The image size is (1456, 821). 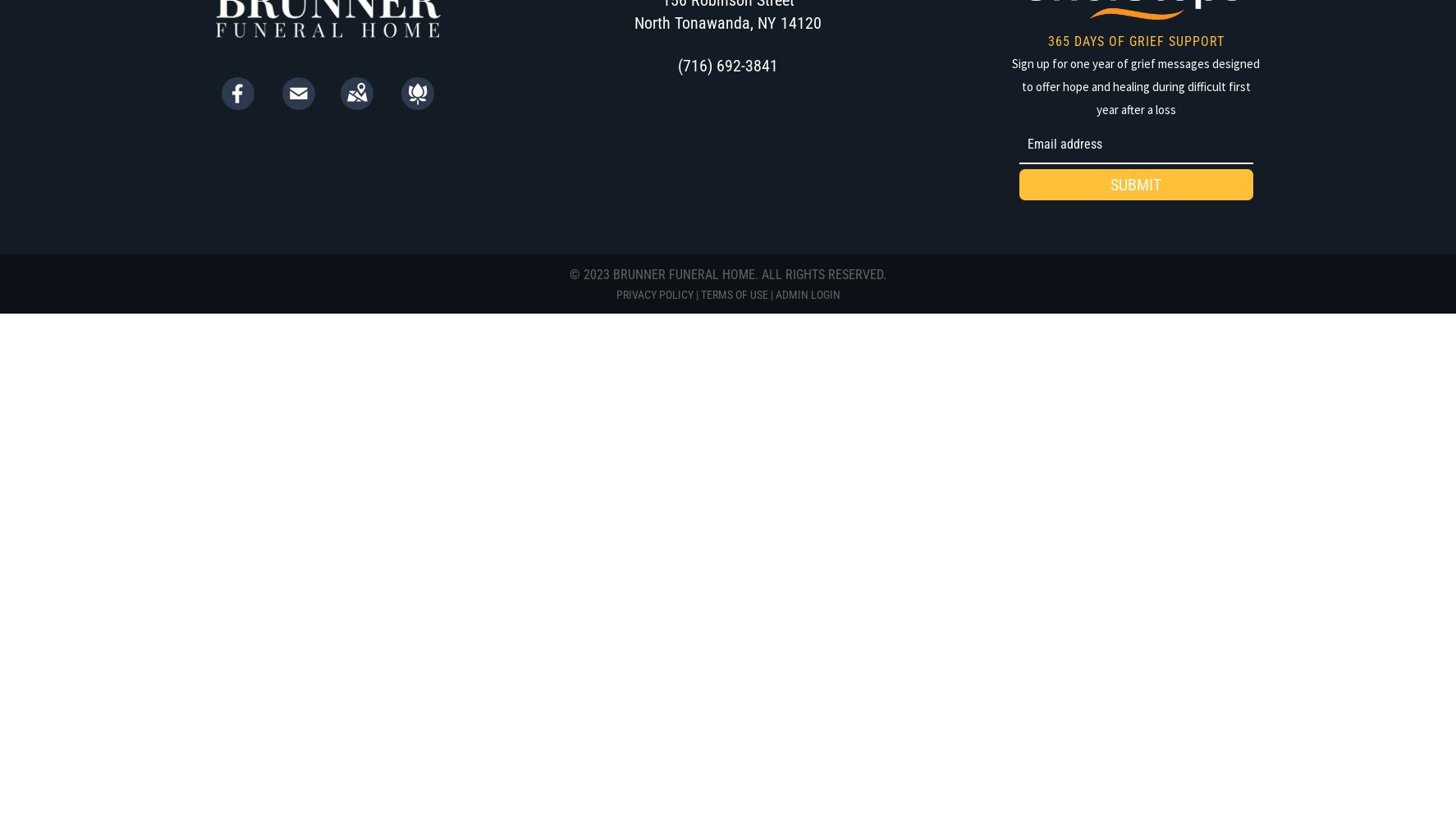 I want to click on 'Brunner Funeral Home. ALL RIGHTS RESERVED.', so click(x=747, y=273).